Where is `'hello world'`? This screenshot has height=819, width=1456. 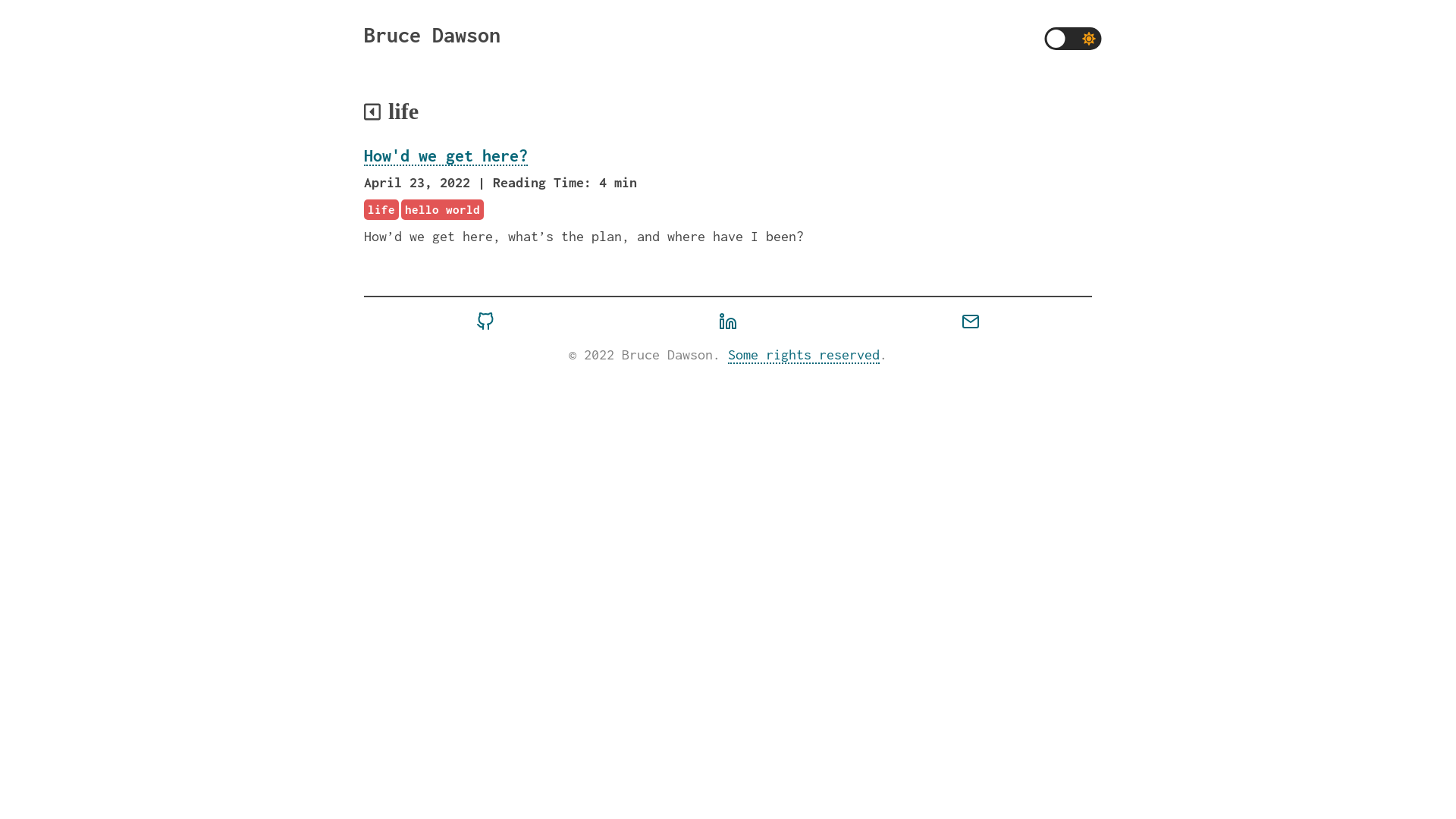 'hello world' is located at coordinates (441, 209).